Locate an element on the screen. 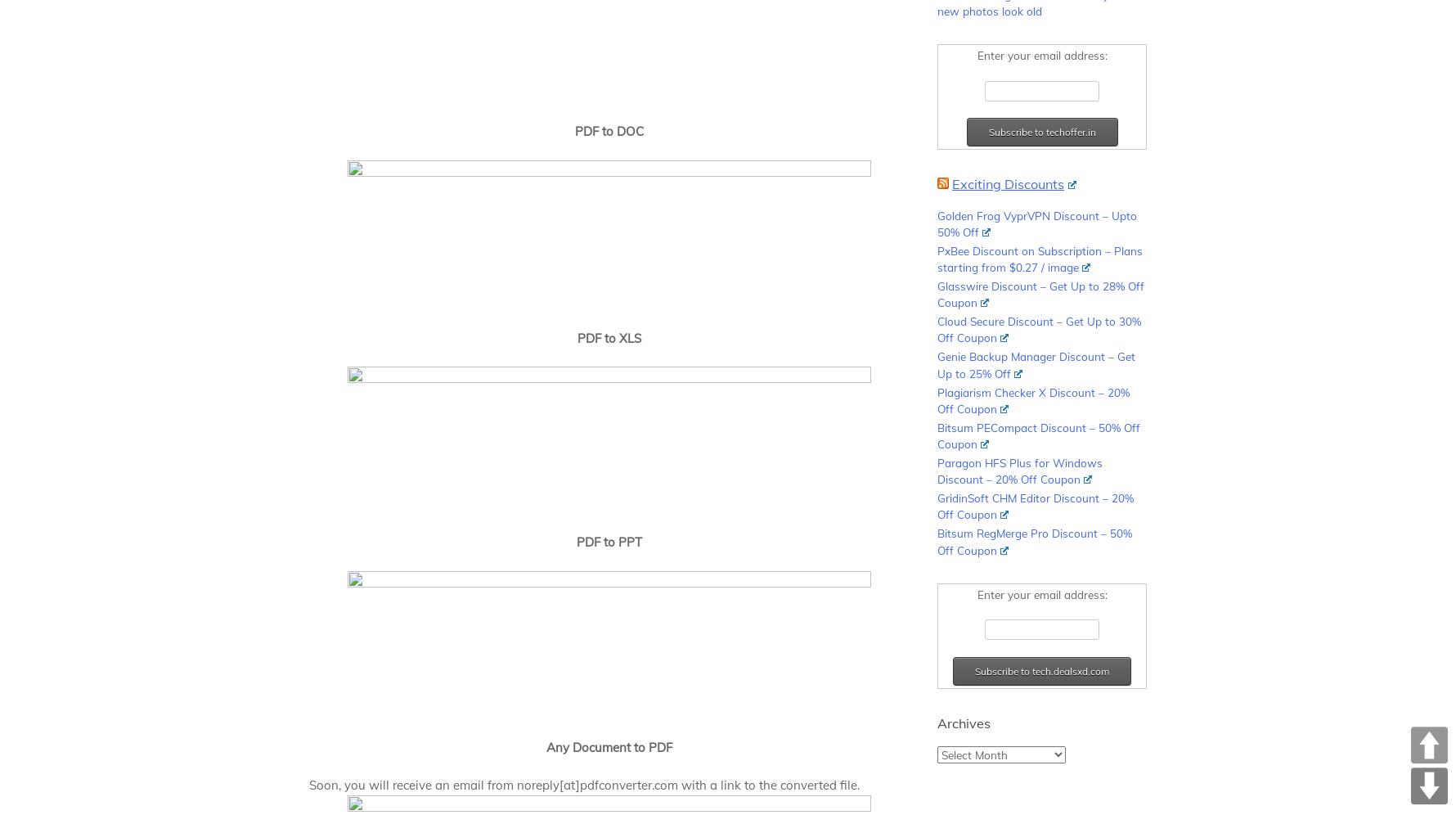  'PDF to DOC' is located at coordinates (573, 131).